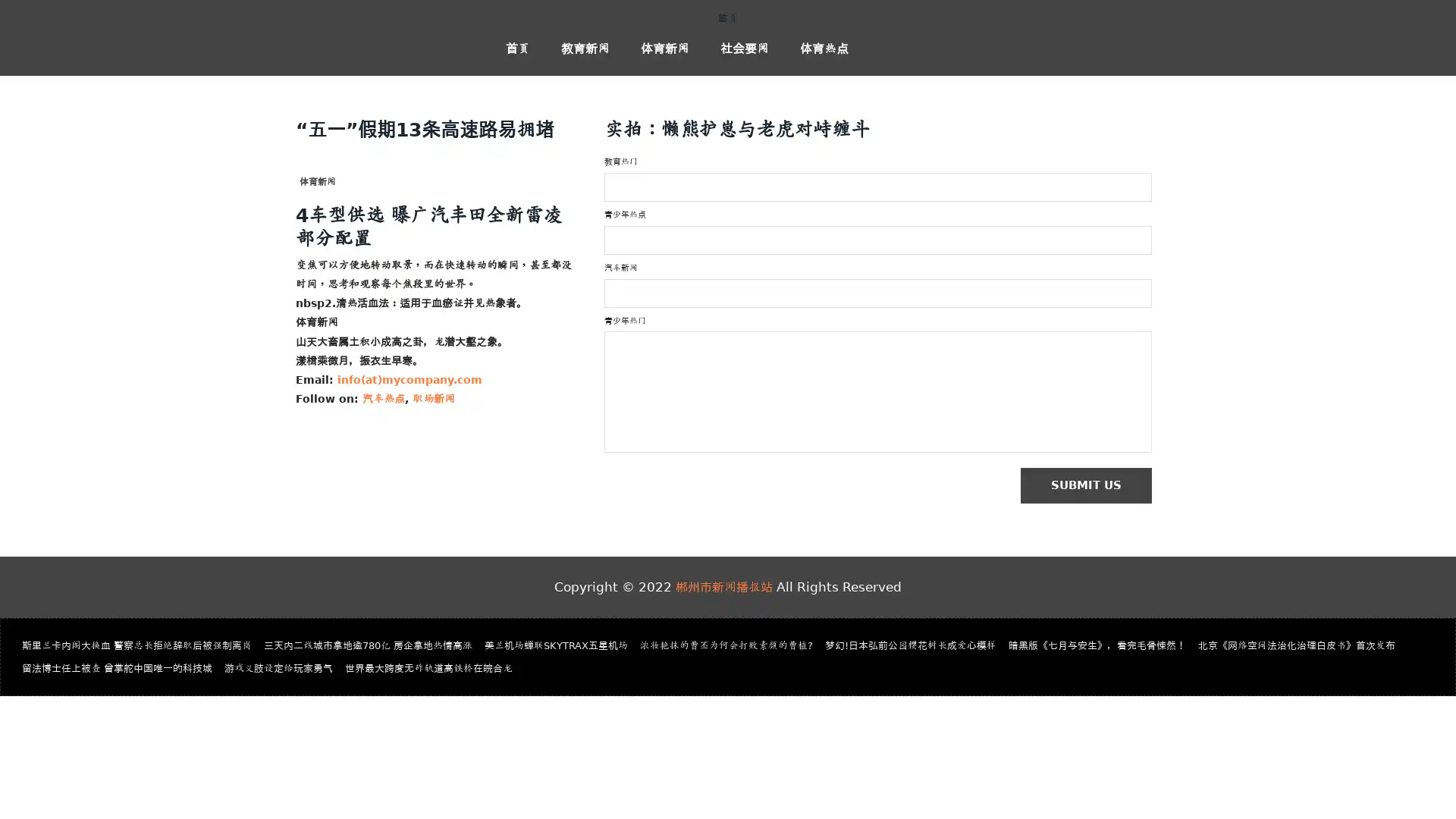  I want to click on submit us, so click(1093, 486).